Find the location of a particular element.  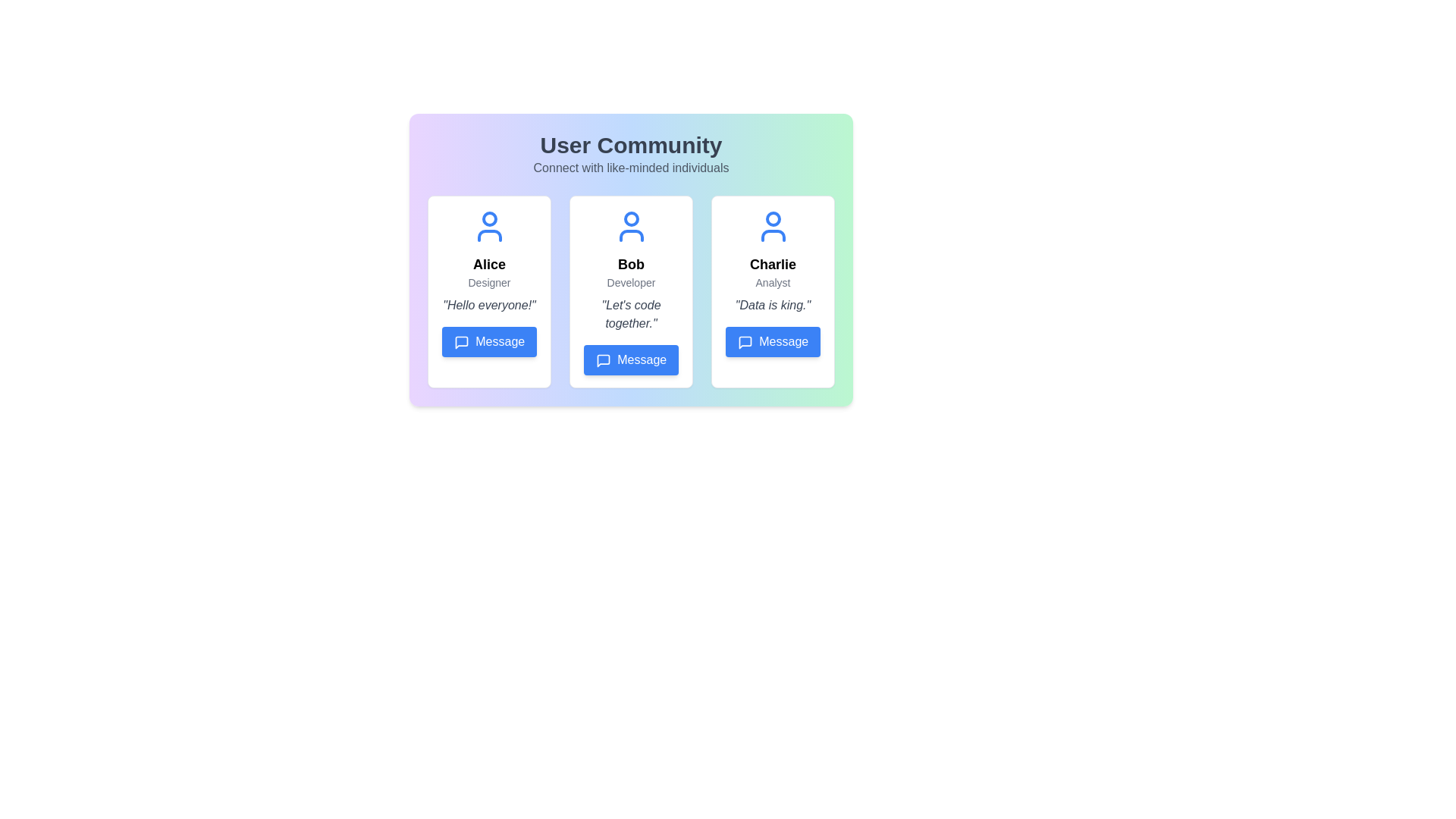

the text element displaying 'Alice' in bold font, located in the first user card of the user community section, positioned below the user icon and above the role text 'Designer' is located at coordinates (489, 263).